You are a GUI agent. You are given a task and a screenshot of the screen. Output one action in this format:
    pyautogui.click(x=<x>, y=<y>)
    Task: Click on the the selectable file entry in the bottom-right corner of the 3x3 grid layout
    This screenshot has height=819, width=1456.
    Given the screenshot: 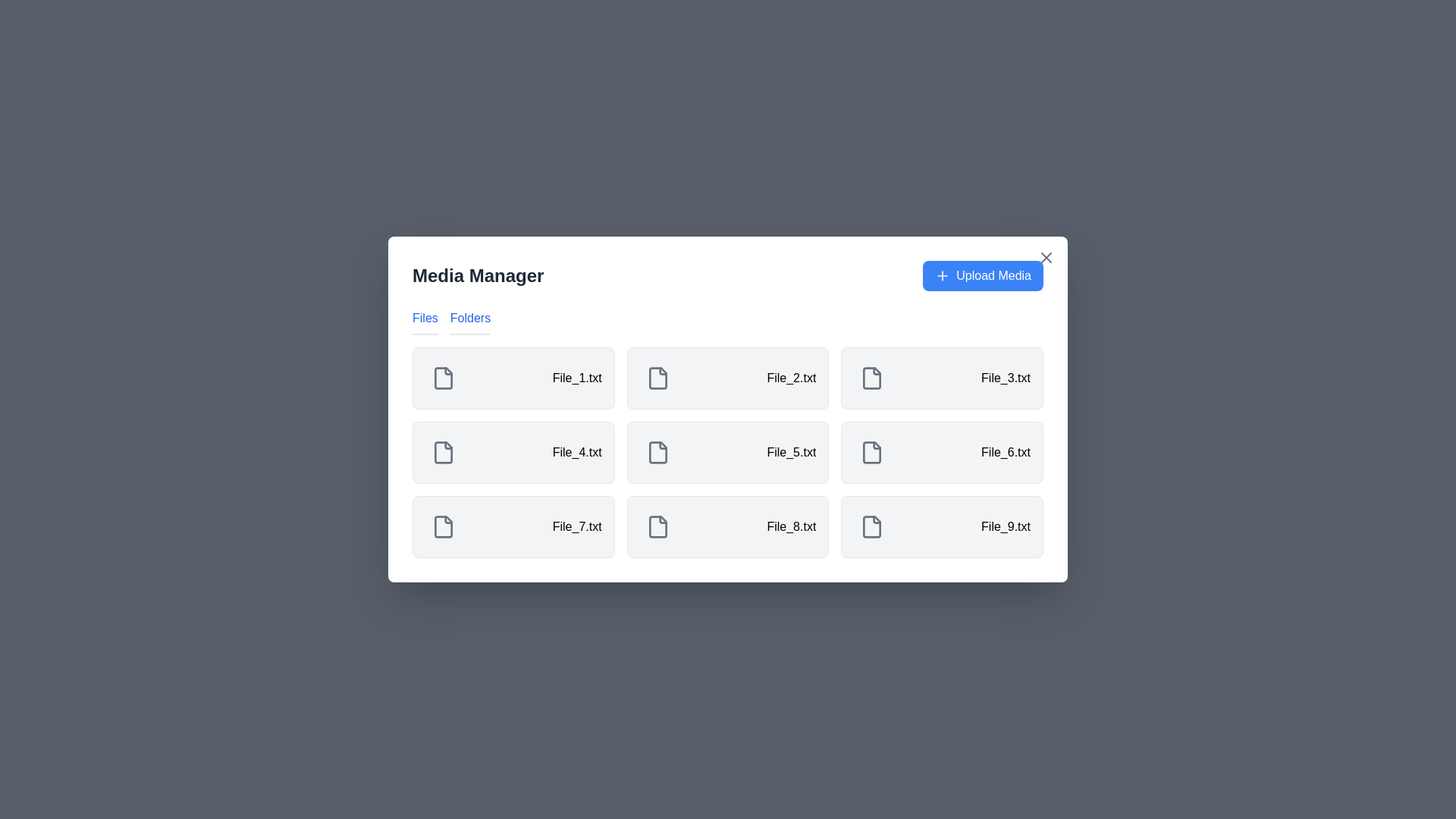 What is the action you would take?
    pyautogui.click(x=941, y=526)
    